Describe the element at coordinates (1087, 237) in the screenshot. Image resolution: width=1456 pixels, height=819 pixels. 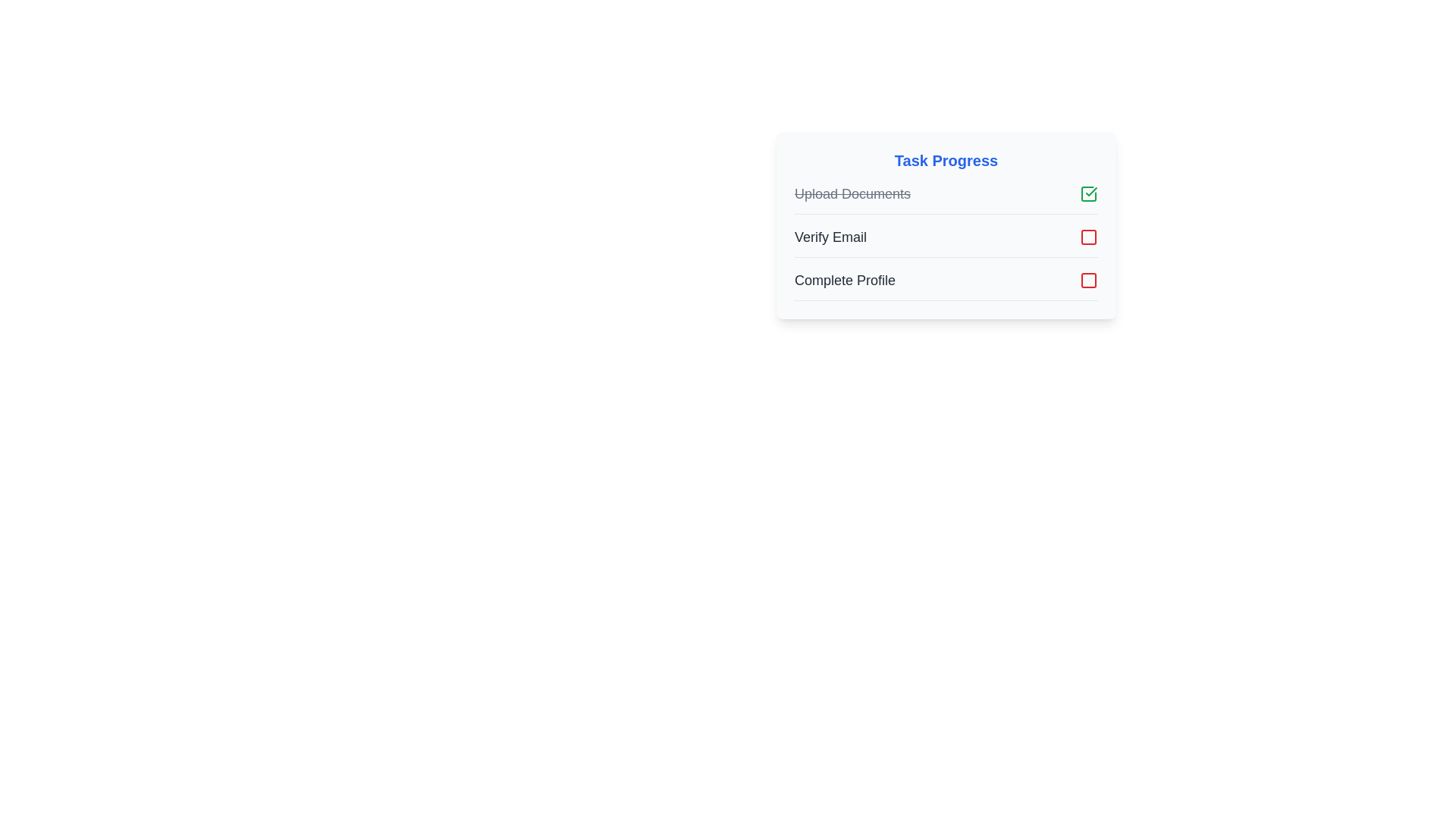
I see `the second interactive icon in the checklist interface, located inside the 'Task Progress' panel` at that location.